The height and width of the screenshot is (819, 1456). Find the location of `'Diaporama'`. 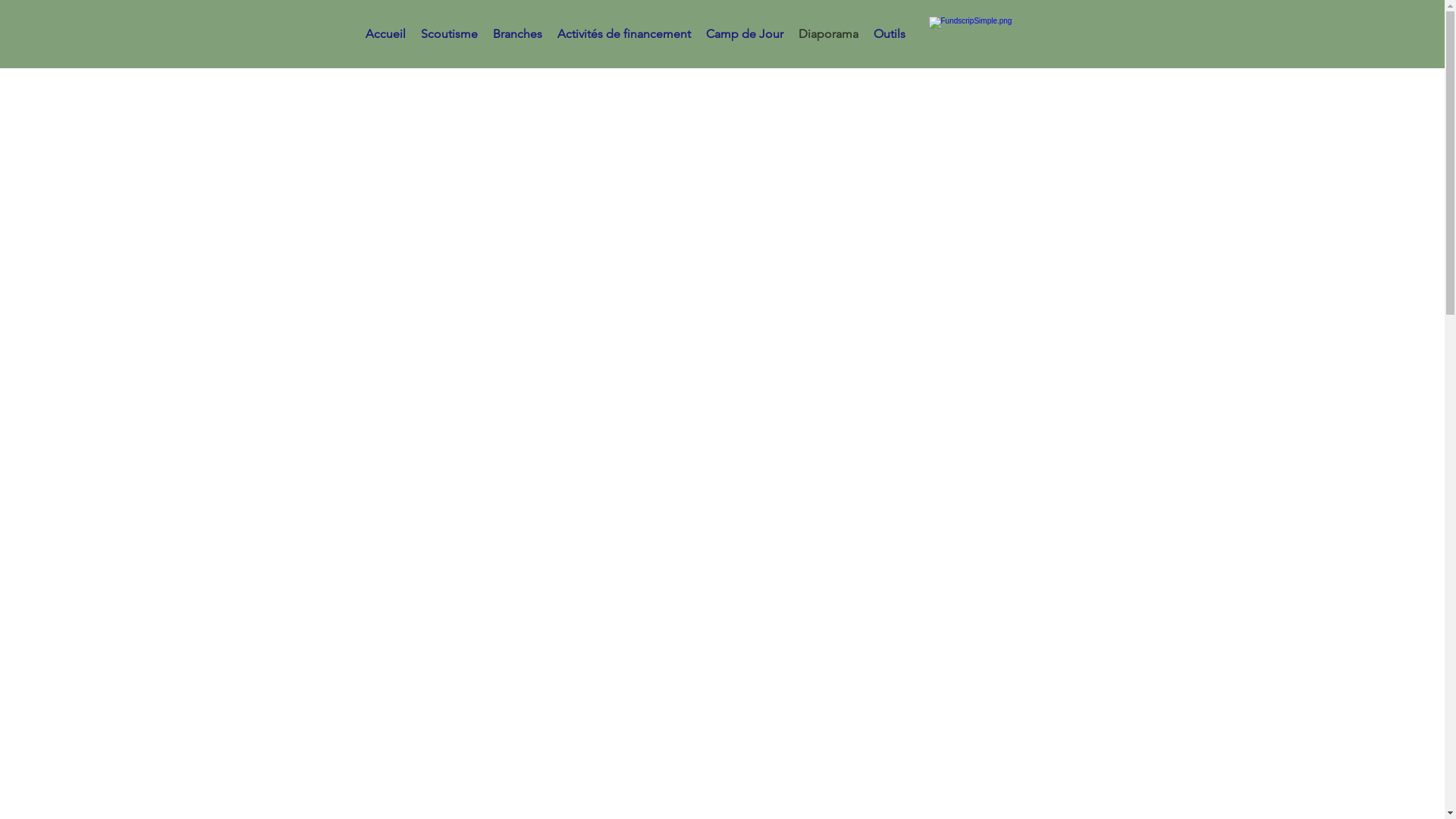

'Diaporama' is located at coordinates (827, 34).